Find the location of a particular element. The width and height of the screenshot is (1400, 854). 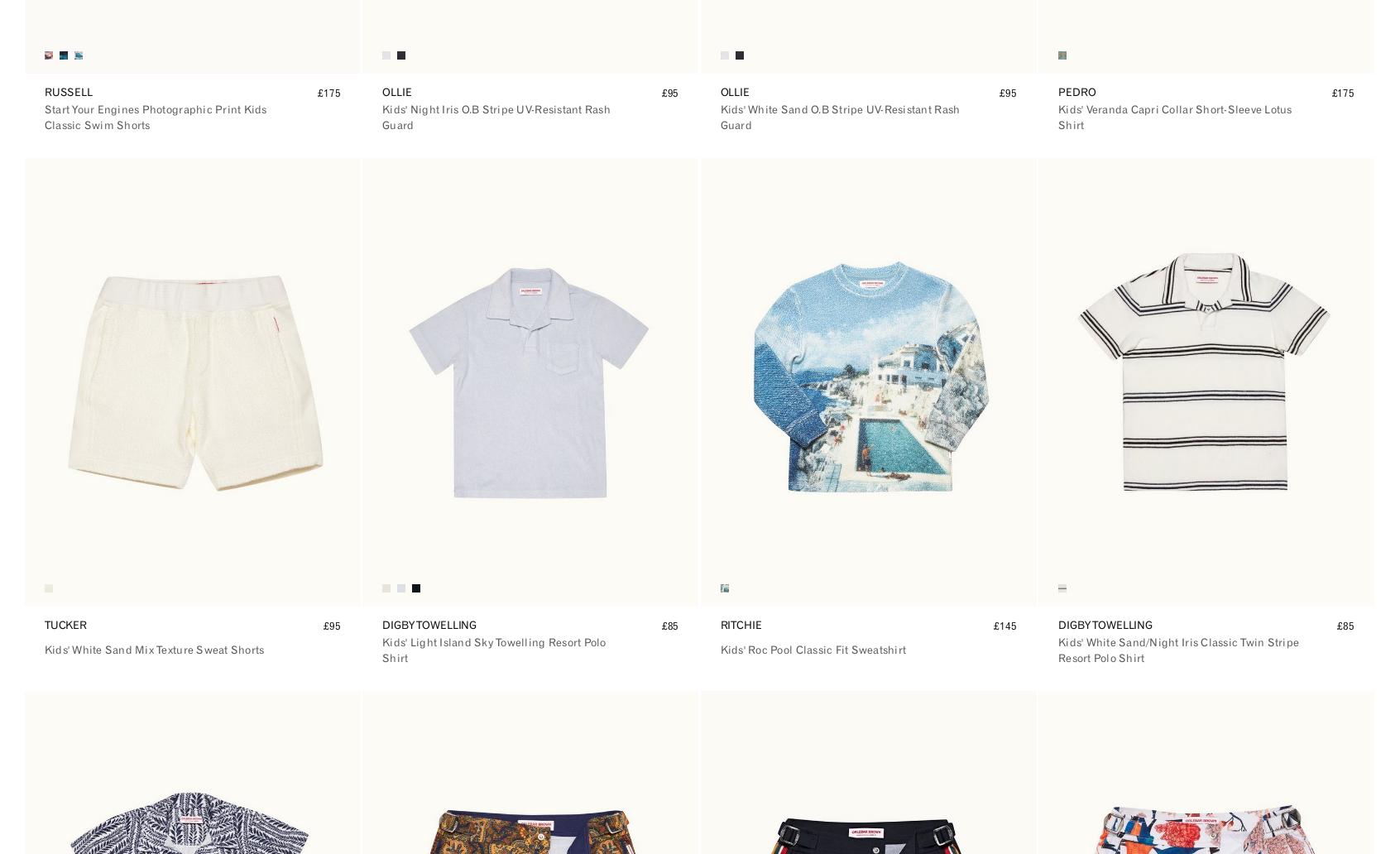

'£145' is located at coordinates (1004, 624).